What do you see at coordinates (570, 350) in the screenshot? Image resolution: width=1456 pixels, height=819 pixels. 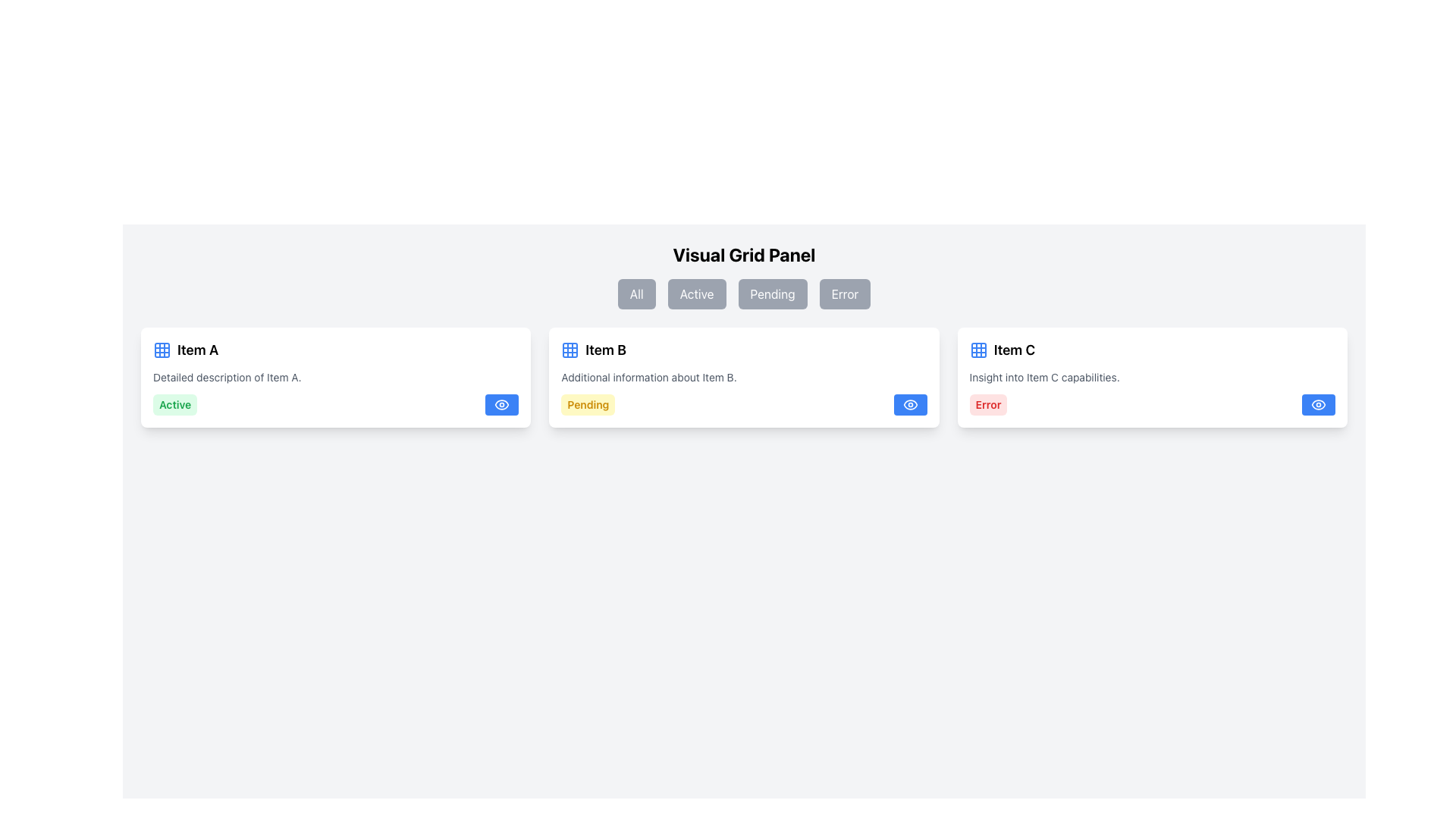 I see `the Icon representing the overview or detailed view option for 'Item B', which is located within the card for 'Item B', positioned second from the left and to the immediate left of the text 'Item B'` at bounding box center [570, 350].